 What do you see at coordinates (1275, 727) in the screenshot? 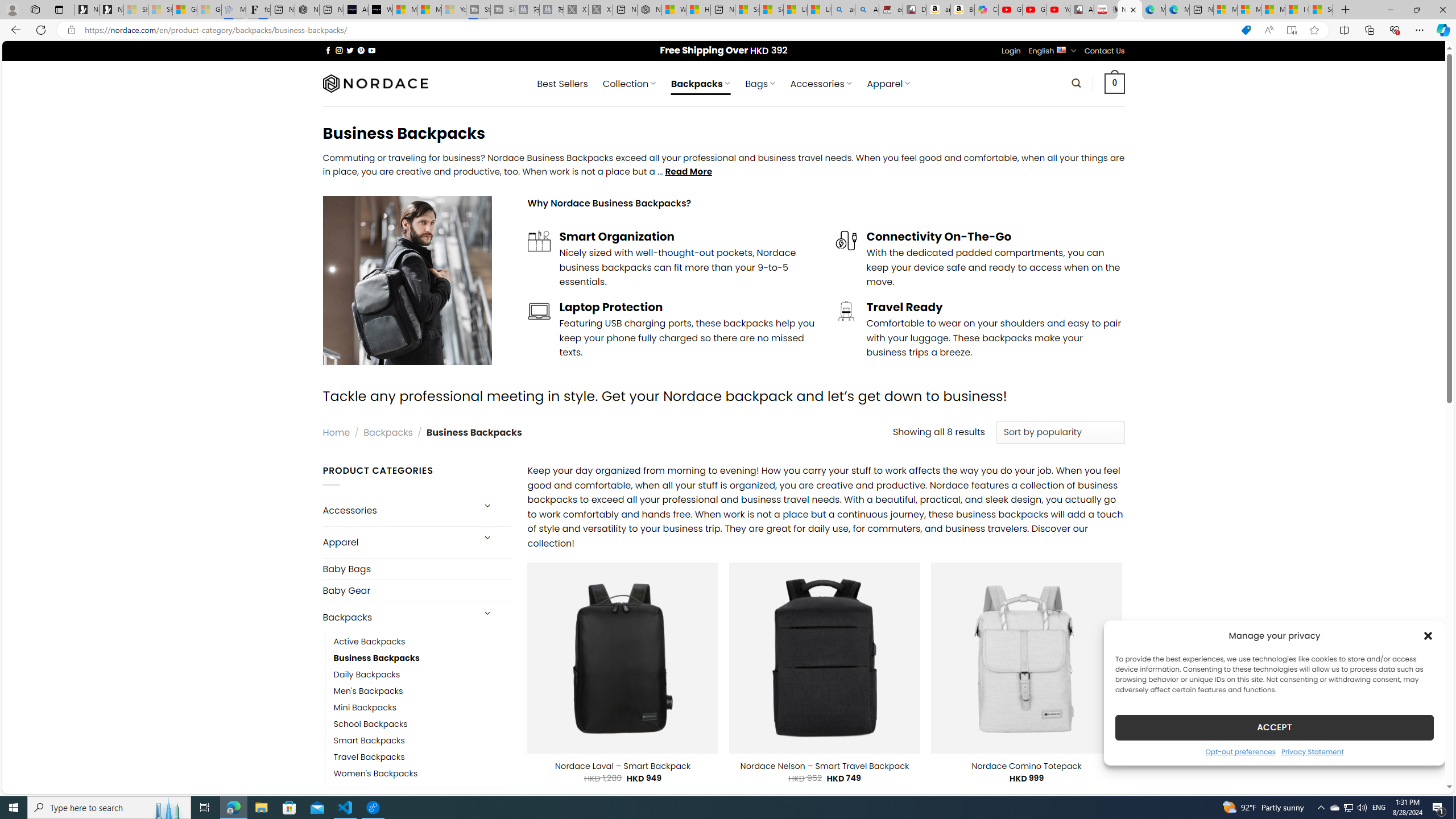
I see `'ACCEPT'` at bounding box center [1275, 727].